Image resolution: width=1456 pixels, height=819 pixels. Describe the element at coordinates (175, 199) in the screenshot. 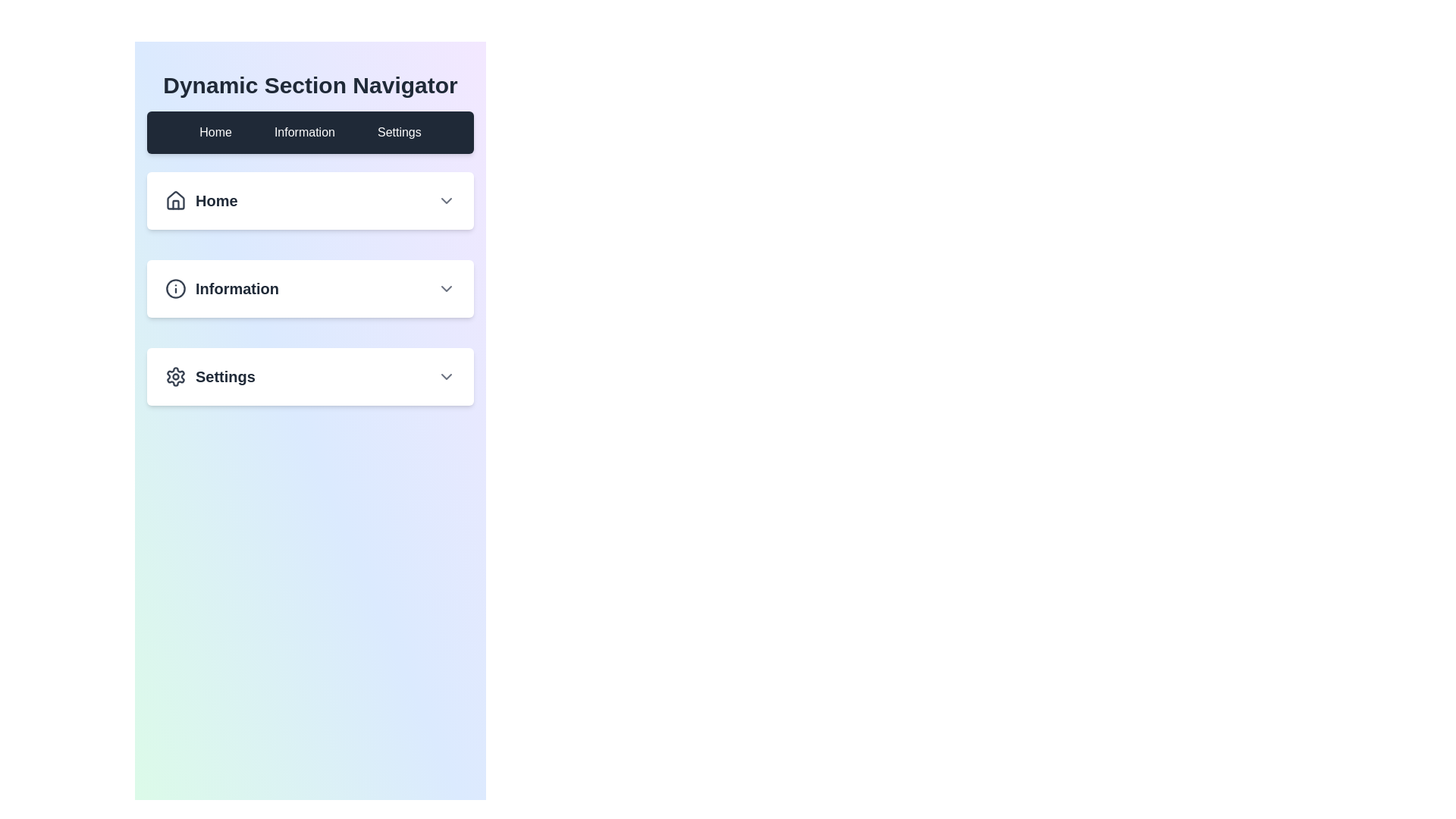

I see `the house icon within the 'Home' button in the first panel of the vertical navigation menu` at that location.